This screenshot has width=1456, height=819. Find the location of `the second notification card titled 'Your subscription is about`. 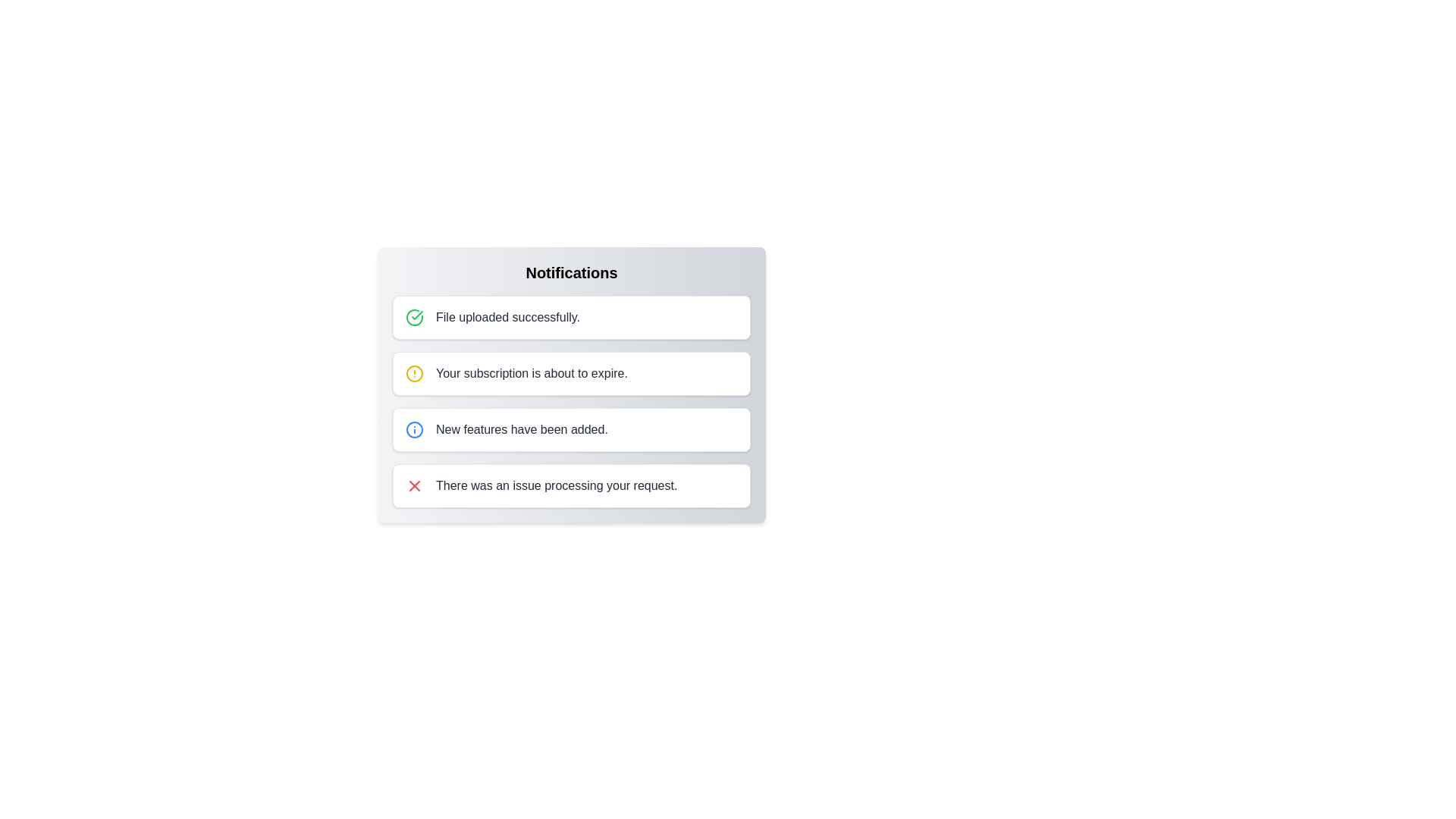

the second notification card titled 'Your subscription is about is located at coordinates (570, 374).